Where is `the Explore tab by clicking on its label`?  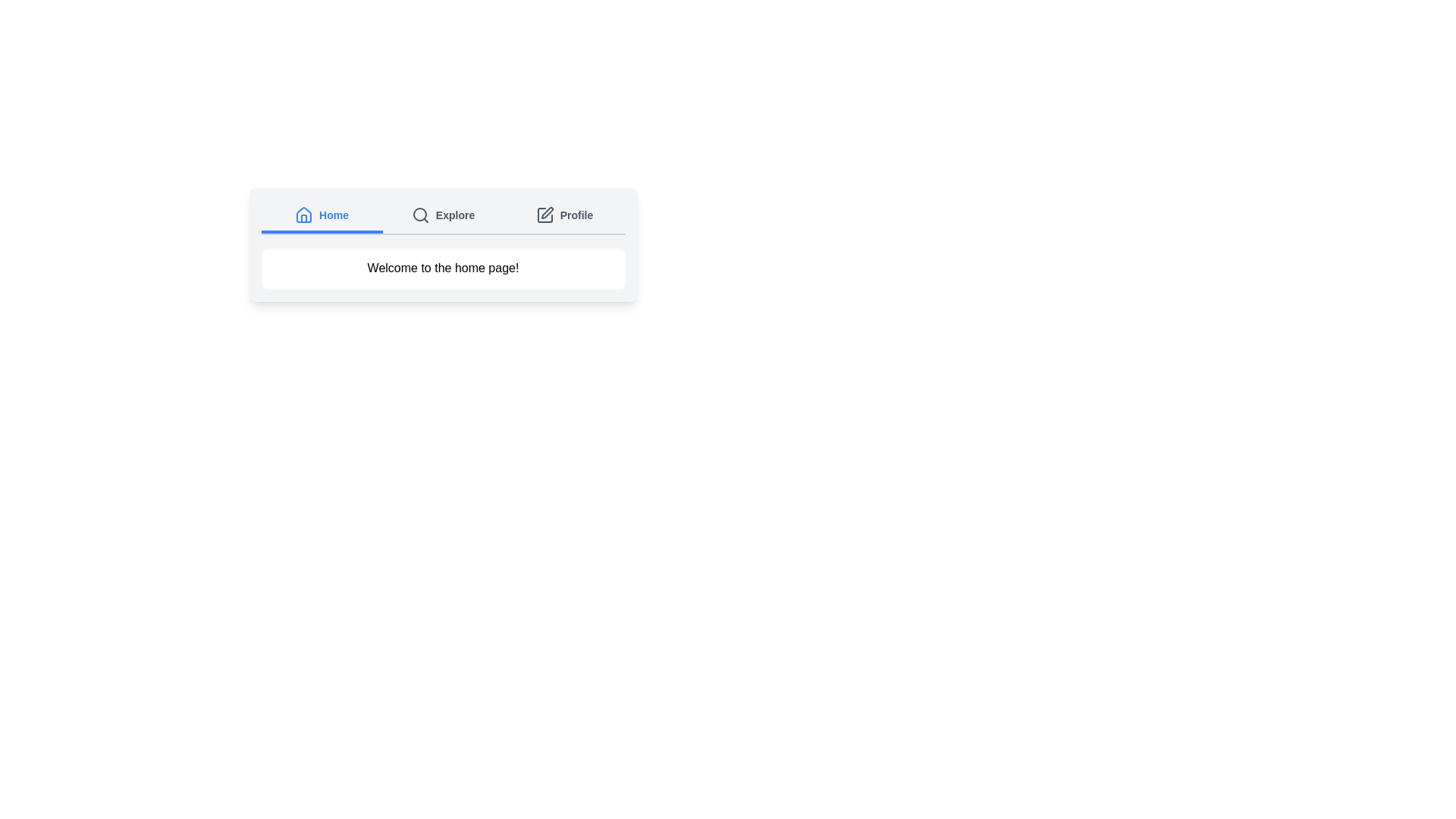
the Explore tab by clicking on its label is located at coordinates (442, 216).